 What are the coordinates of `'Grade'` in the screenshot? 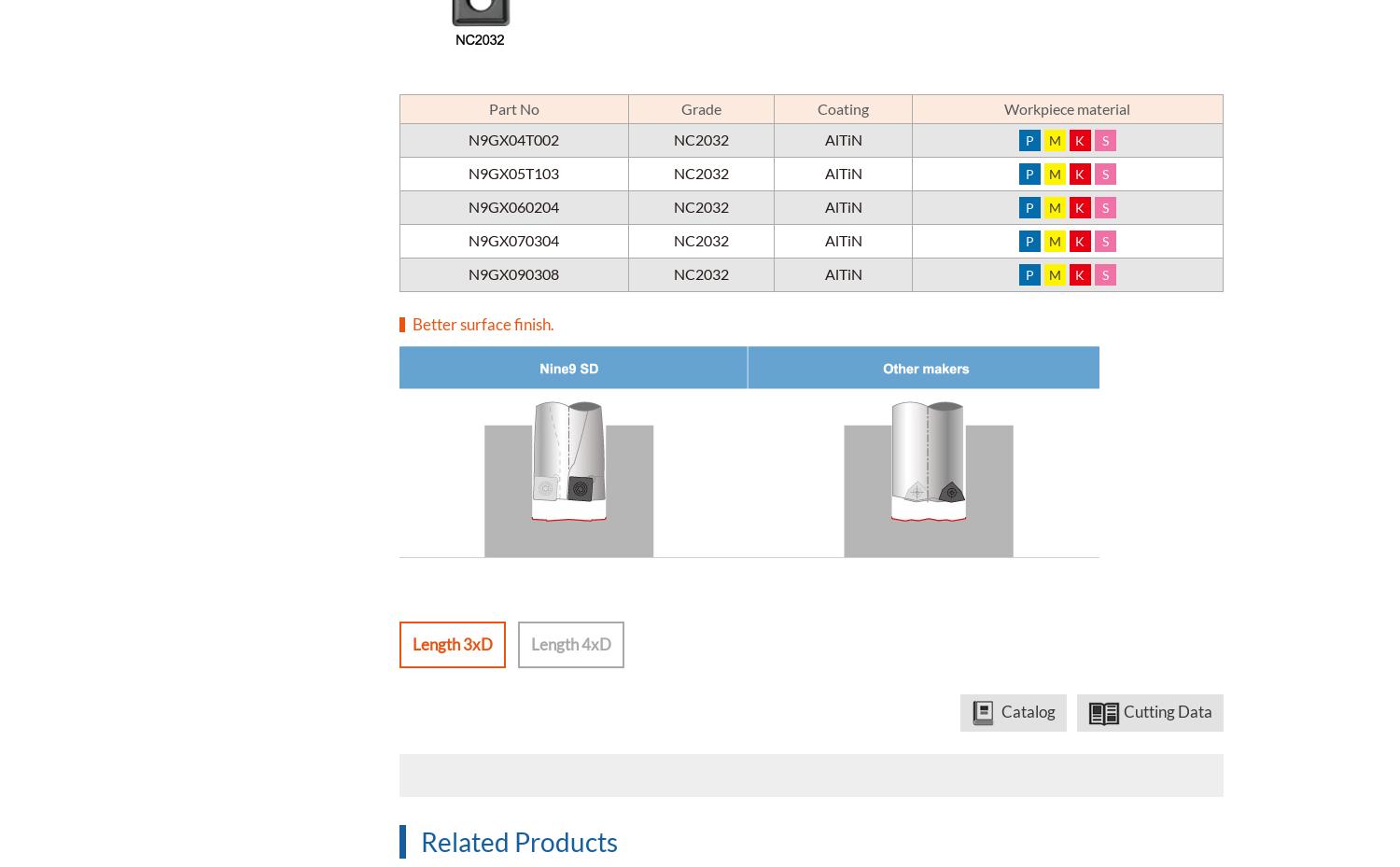 It's located at (680, 107).